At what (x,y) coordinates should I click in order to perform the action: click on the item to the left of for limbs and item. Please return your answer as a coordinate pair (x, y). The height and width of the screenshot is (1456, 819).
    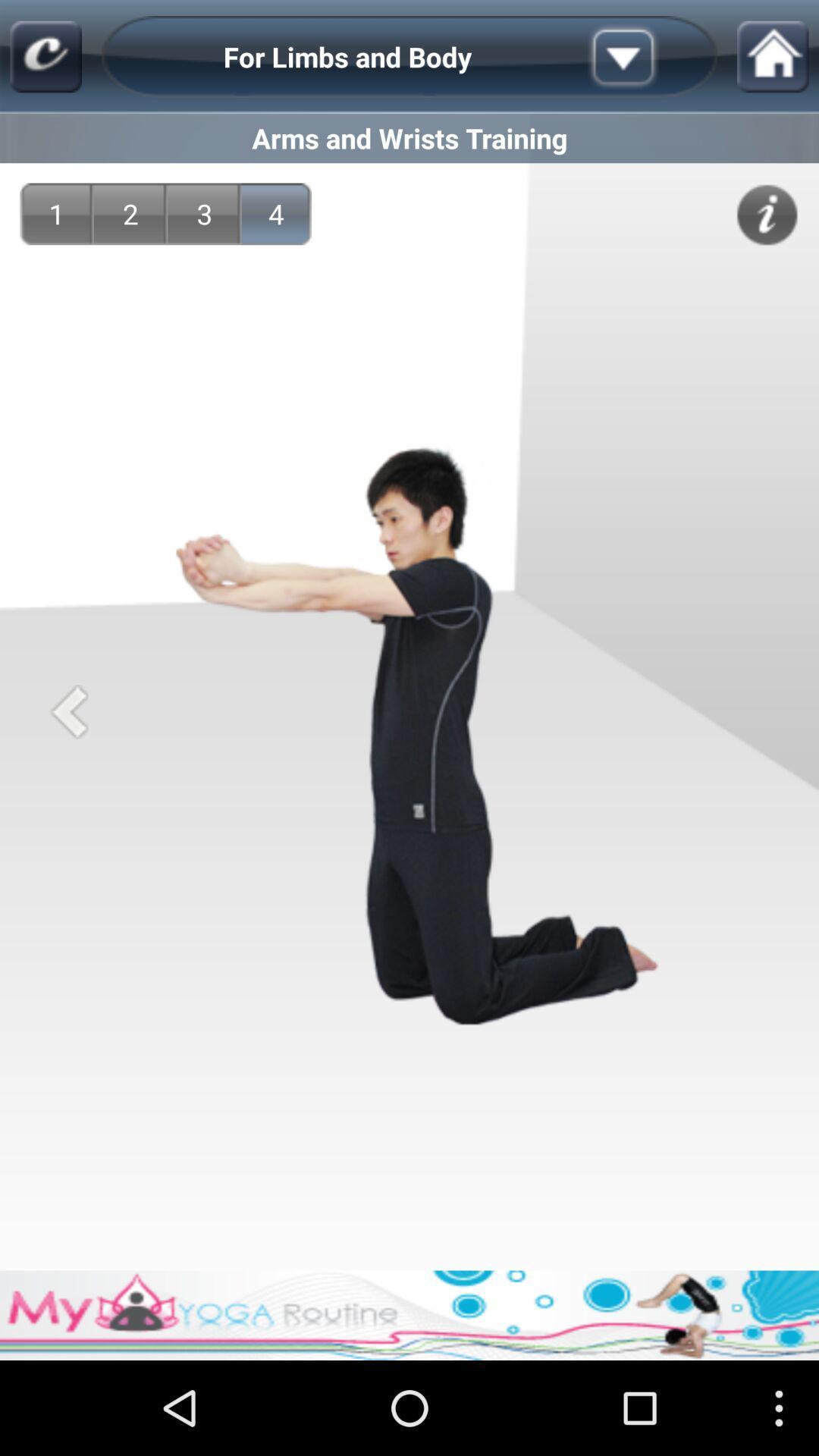
    Looking at the image, I should click on (45, 57).